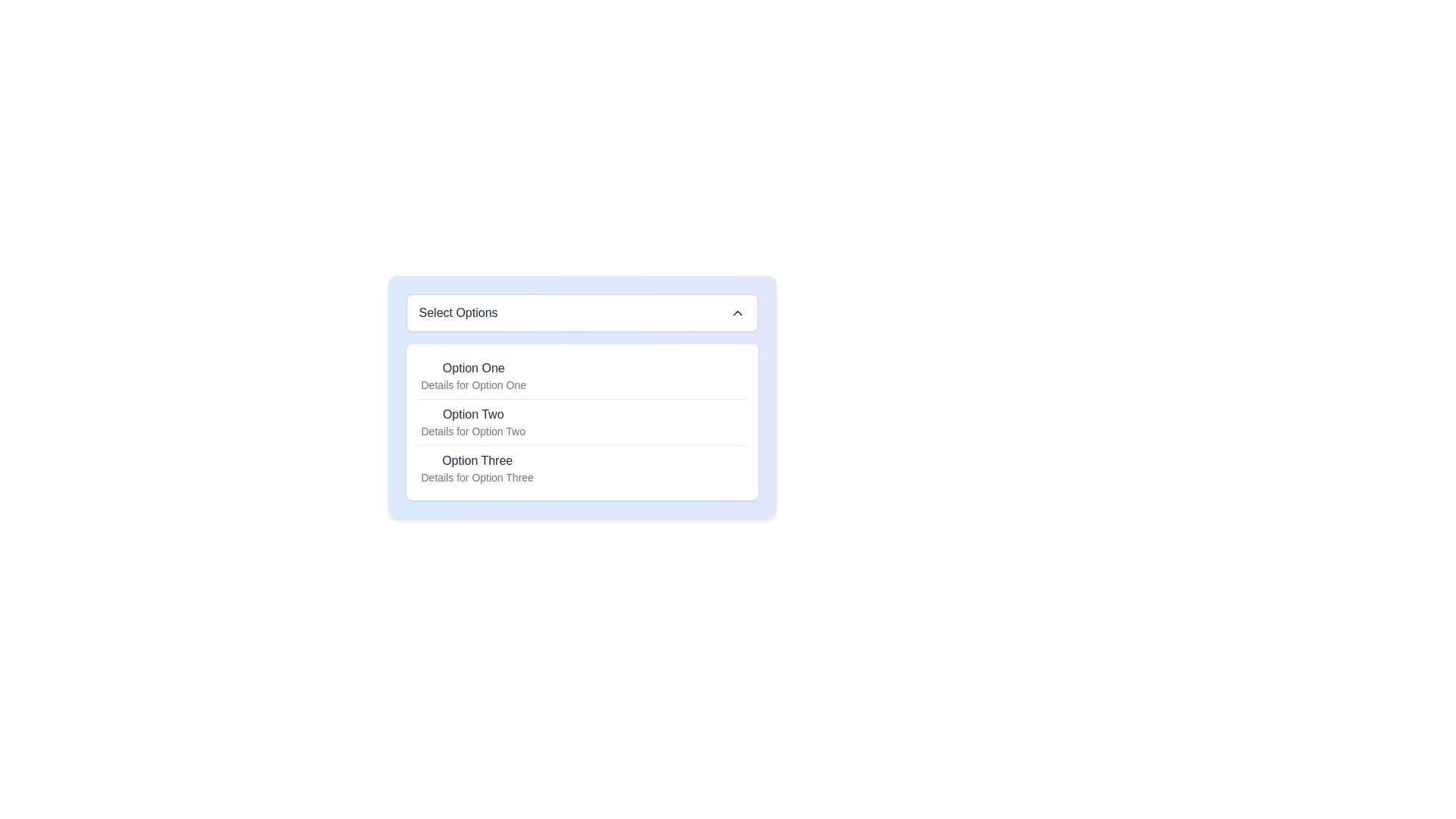 This screenshot has width=1456, height=819. What do you see at coordinates (476, 467) in the screenshot?
I see `the 'Option Three' text element in the dropdown menu` at bounding box center [476, 467].